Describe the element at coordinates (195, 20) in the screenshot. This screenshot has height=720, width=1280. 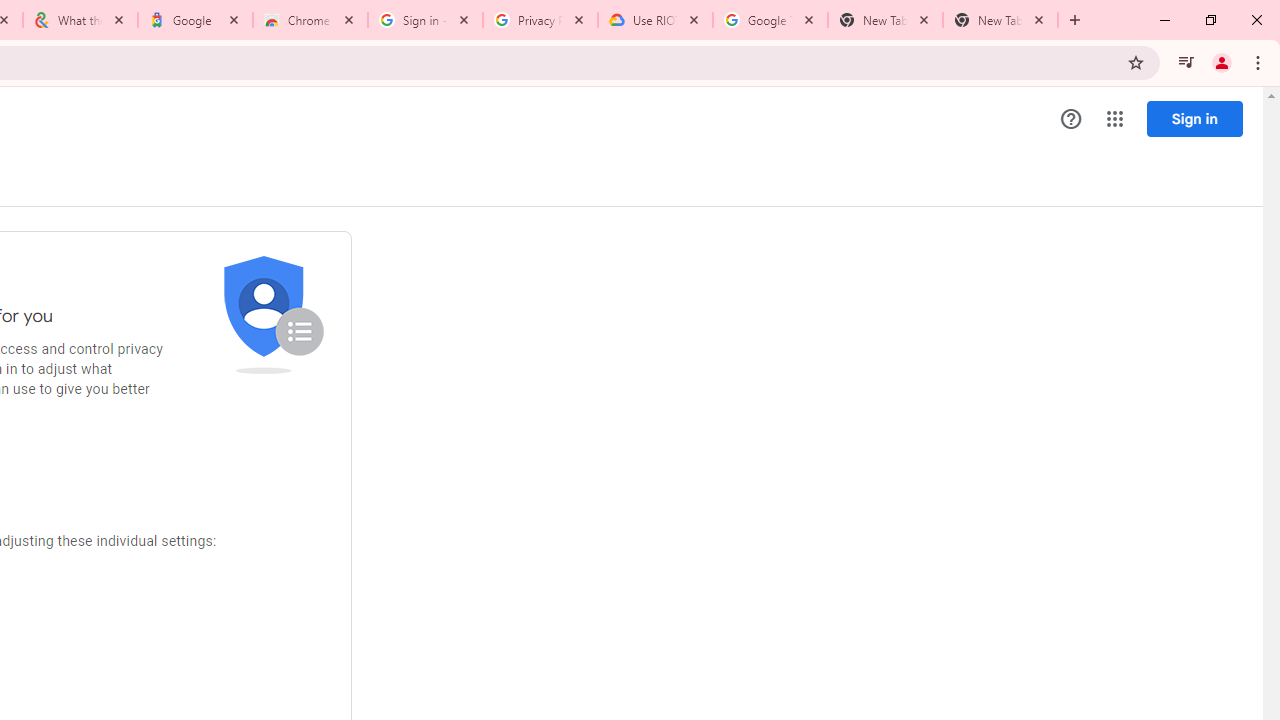
I see `'Google'` at that location.